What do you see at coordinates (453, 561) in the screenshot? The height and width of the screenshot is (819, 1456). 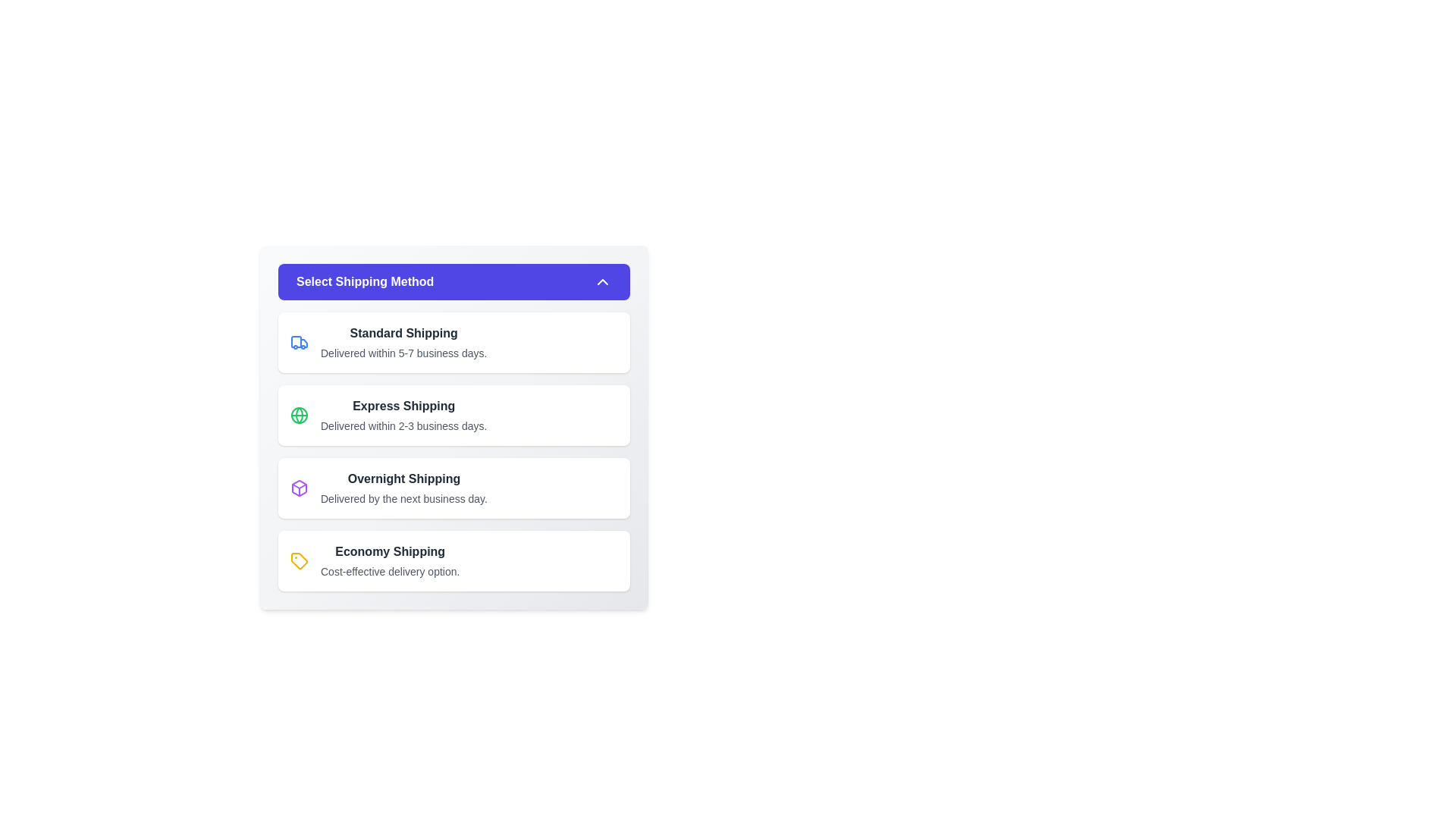 I see `the 'Economy Shipping' selectable card, which is the fourth card in the vertical list of shipping options` at bounding box center [453, 561].